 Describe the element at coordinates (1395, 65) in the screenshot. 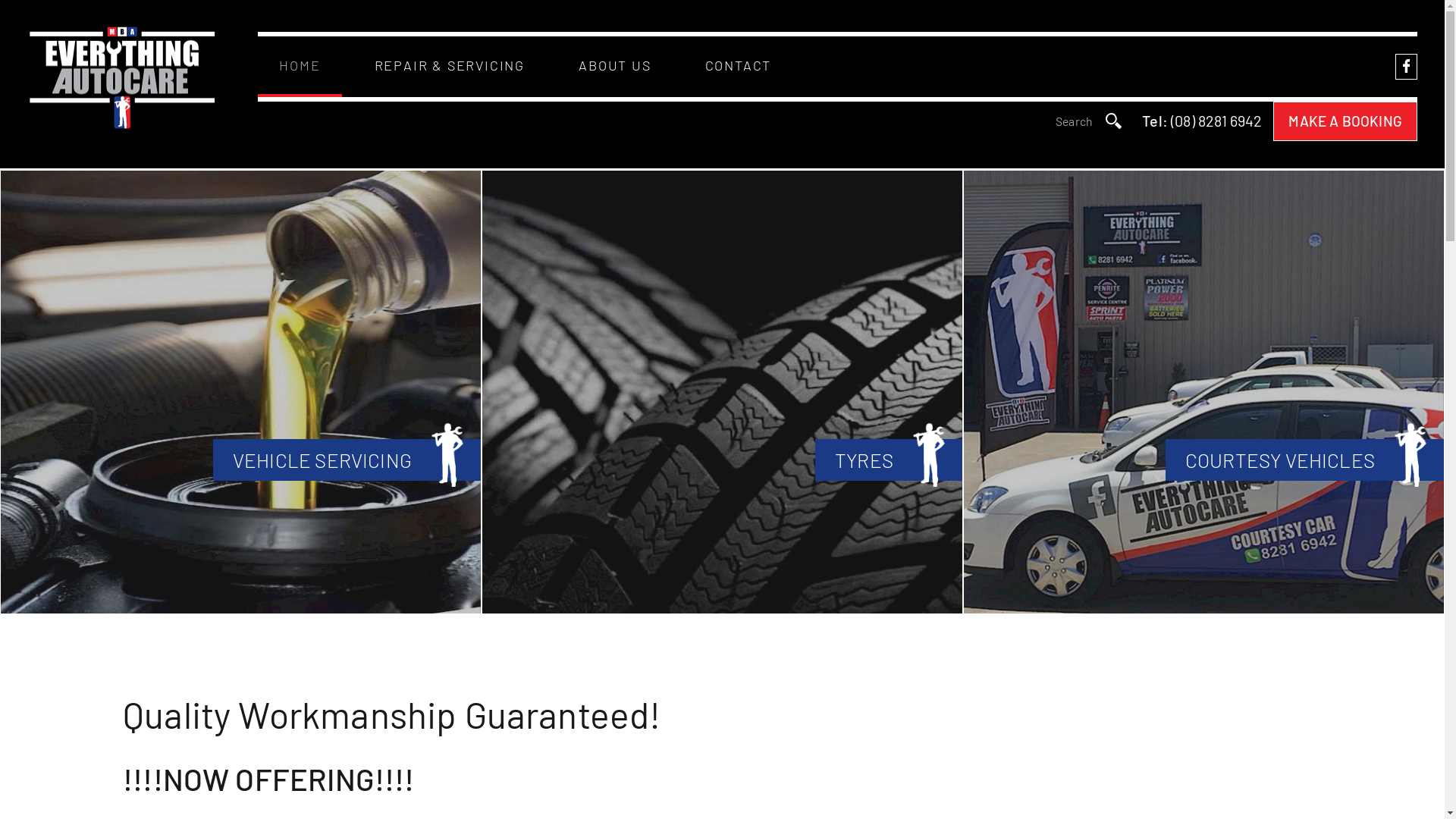

I see `'Everything Autocare on Facebook'` at that location.